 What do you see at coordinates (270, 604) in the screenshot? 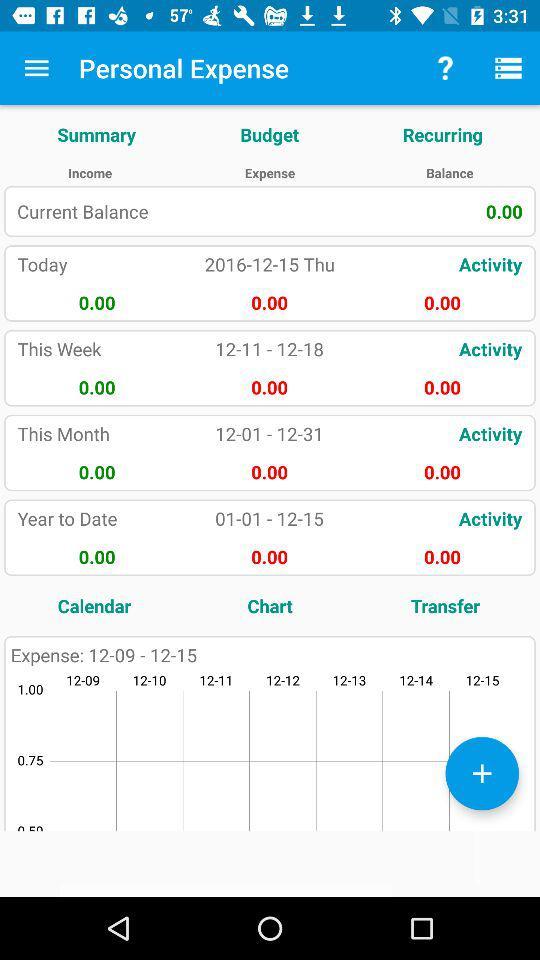
I see `chart icon` at bounding box center [270, 604].